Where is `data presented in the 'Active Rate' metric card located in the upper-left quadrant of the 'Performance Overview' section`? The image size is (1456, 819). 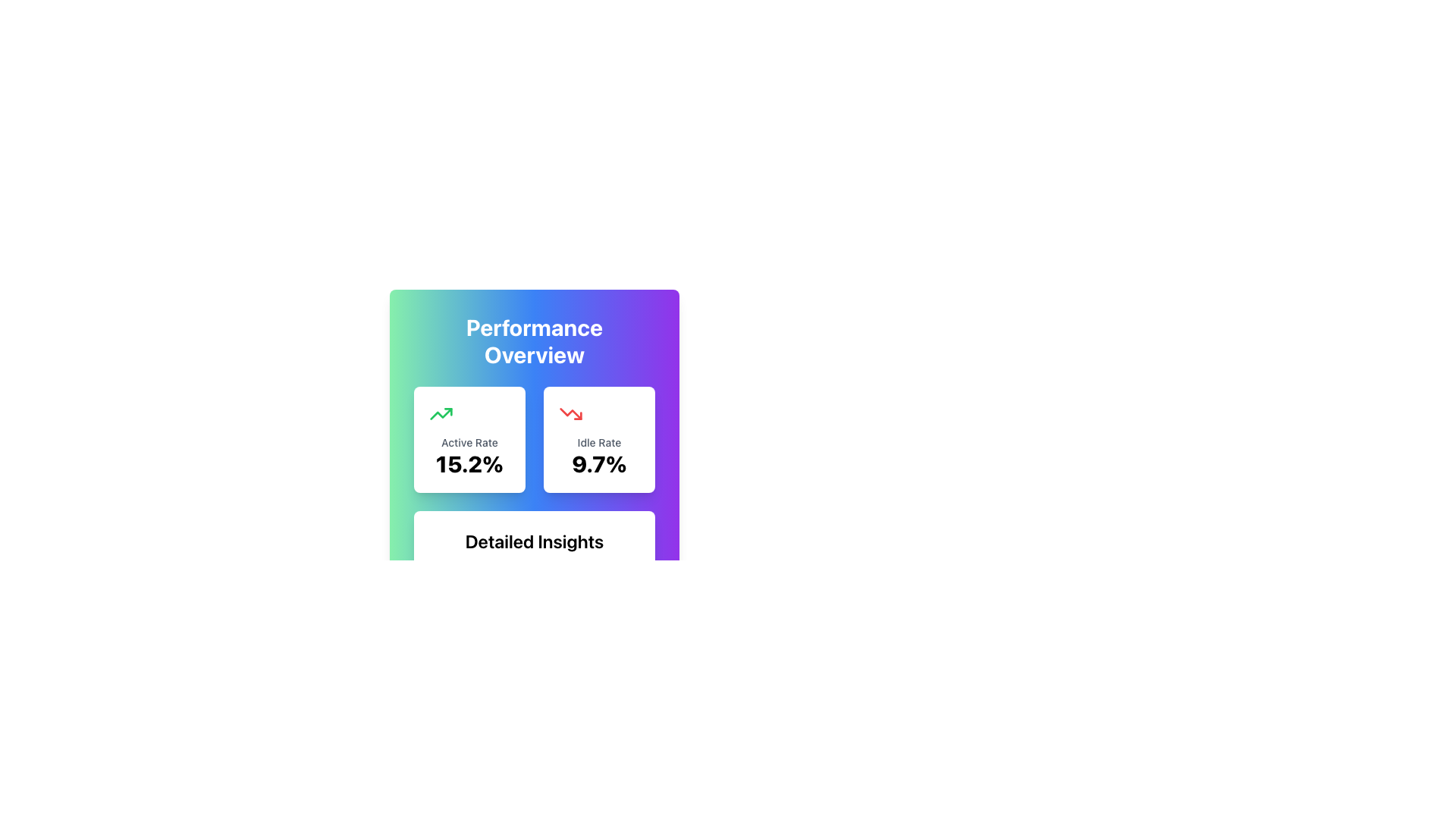 data presented in the 'Active Rate' metric card located in the upper-left quadrant of the 'Performance Overview' section is located at coordinates (469, 439).